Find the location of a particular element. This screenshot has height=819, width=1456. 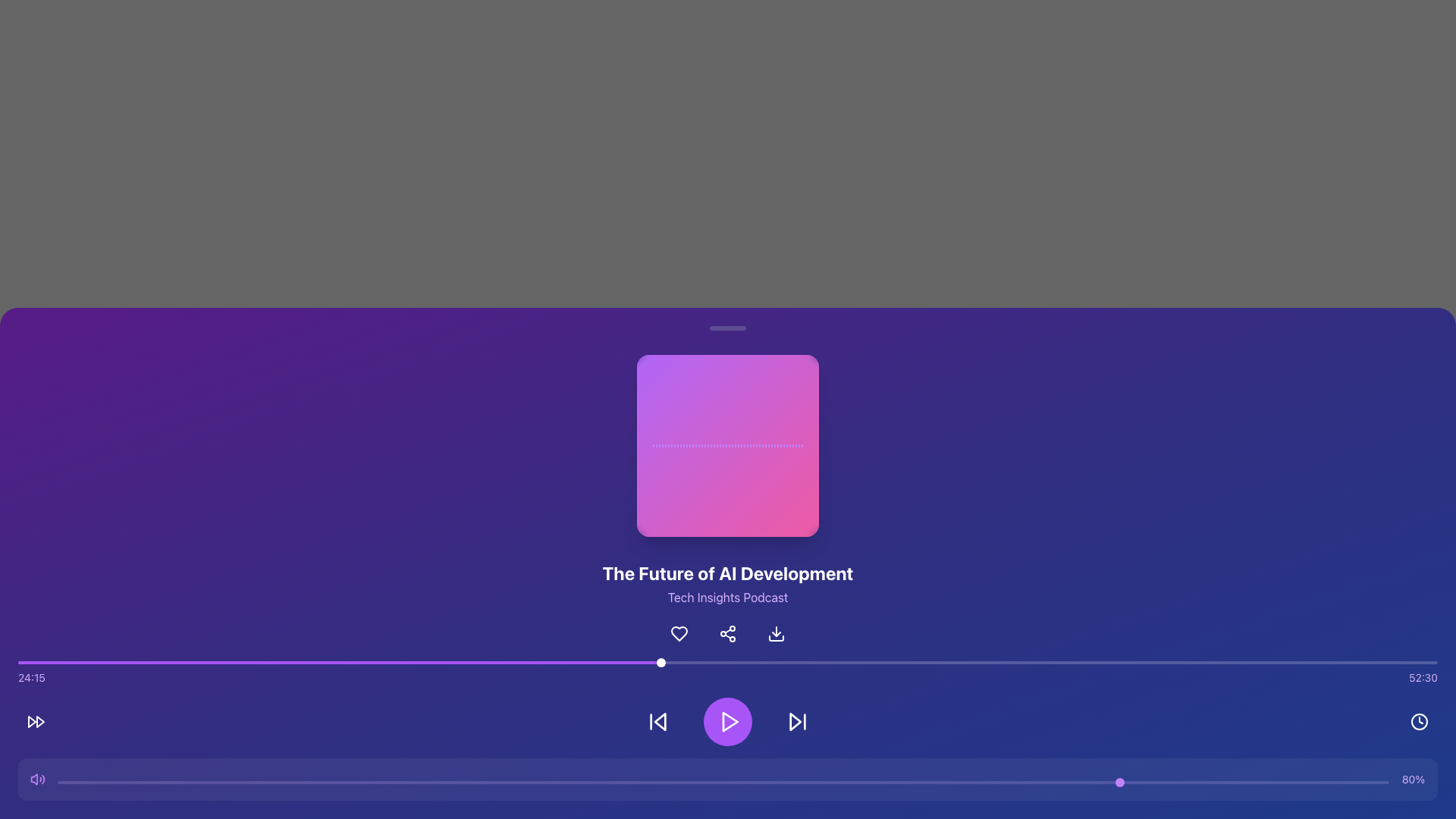

the slider position is located at coordinates (124, 783).